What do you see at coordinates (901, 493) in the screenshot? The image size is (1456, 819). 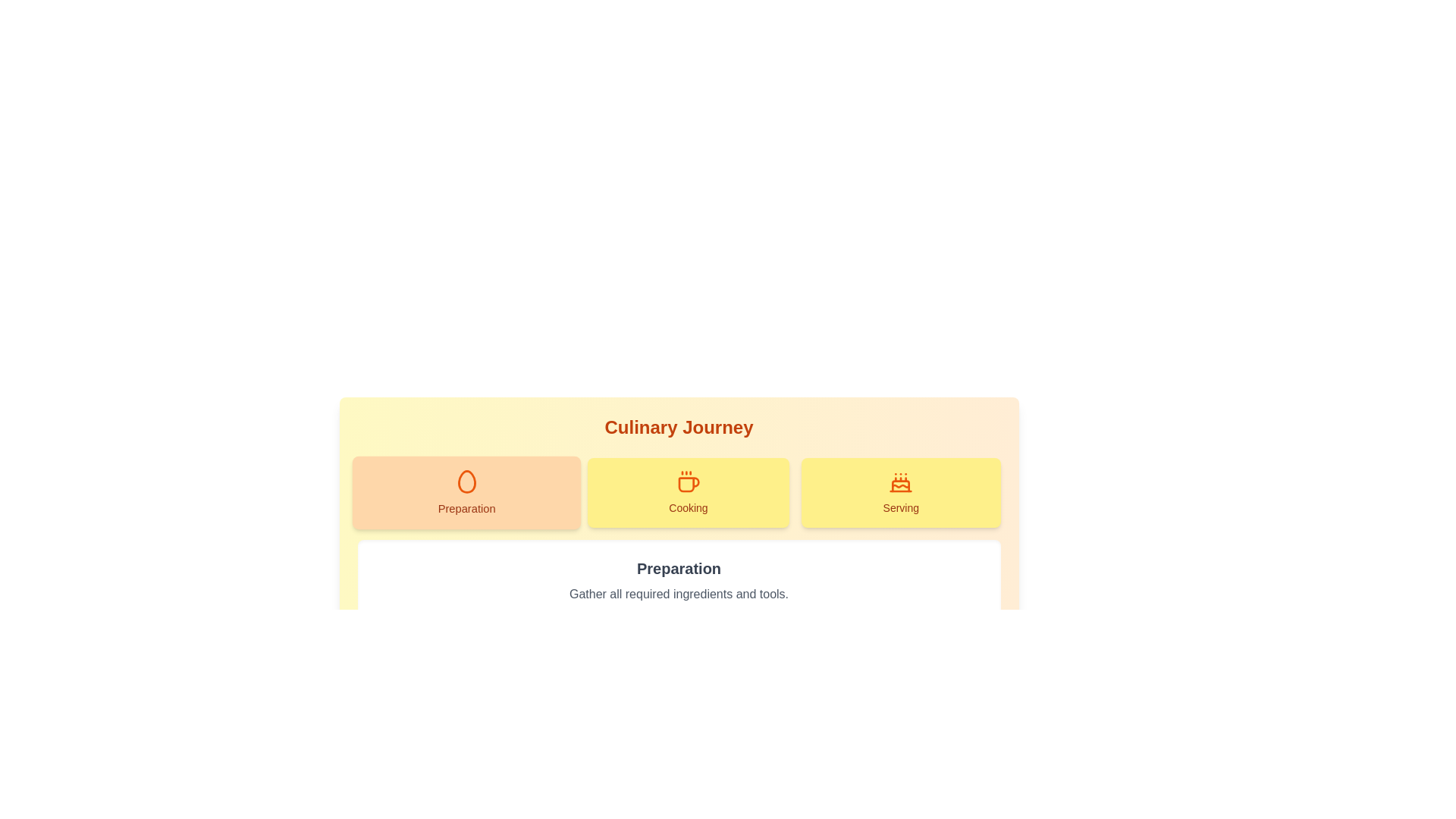 I see `the Informational card labeled 'Serving' which has a yellow background, an orange cake icon at the top center, and the text 'Serving' in an orange font` at bounding box center [901, 493].